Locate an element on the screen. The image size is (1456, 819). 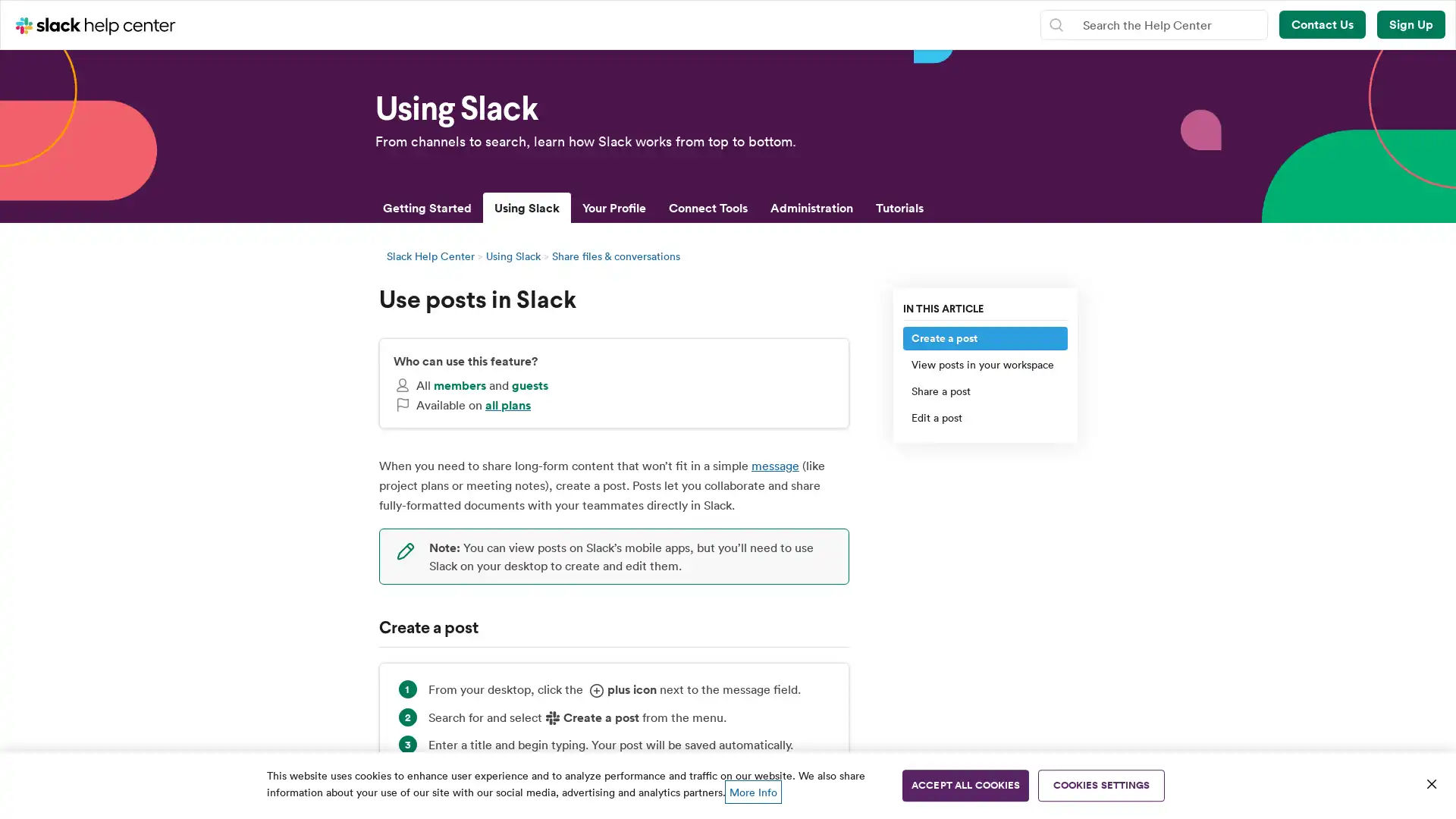
Close is located at coordinates (1430, 783).